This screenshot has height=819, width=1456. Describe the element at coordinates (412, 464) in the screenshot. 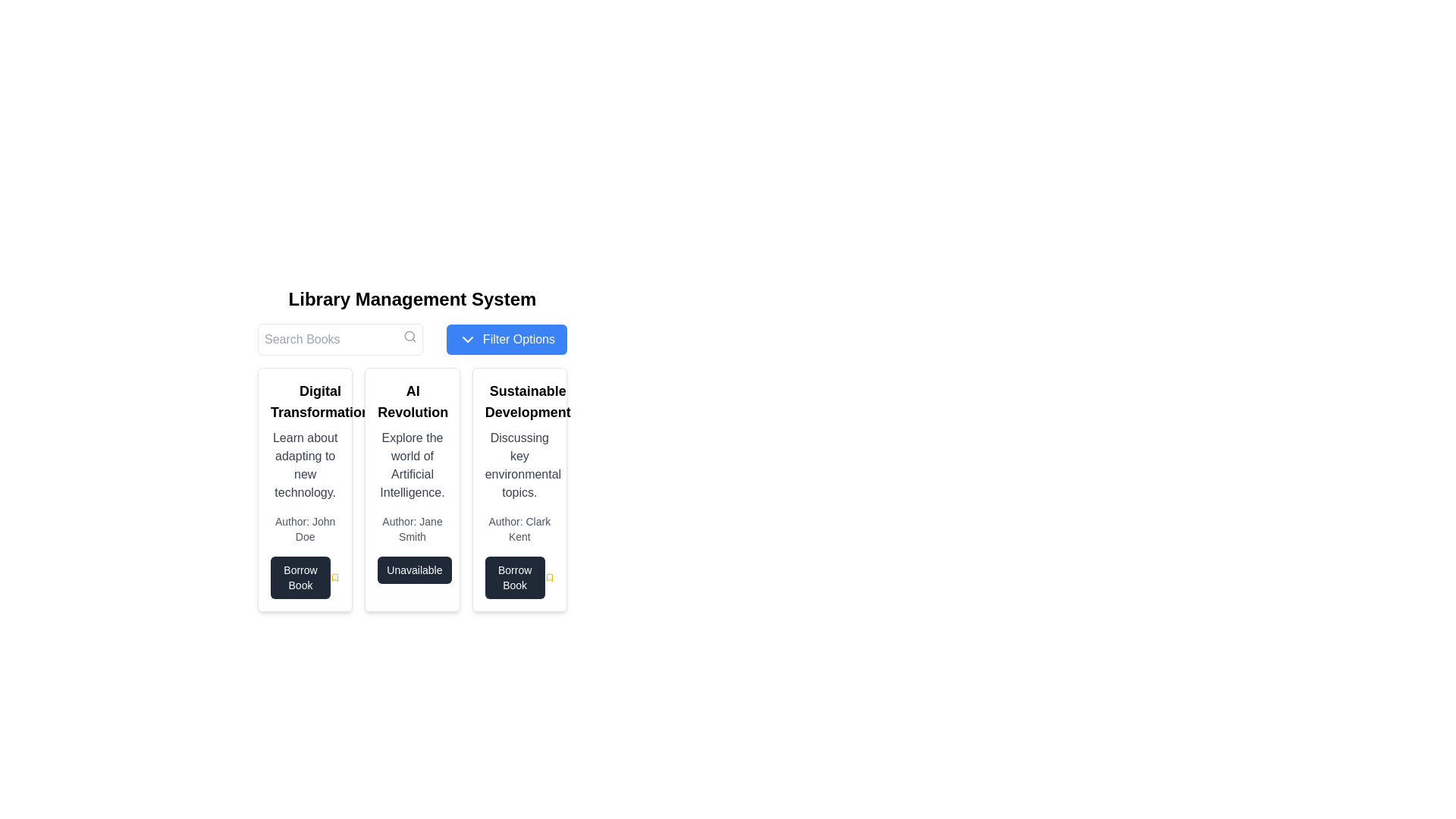

I see `text content of the paragraph that says 'Explore the world of Artificial Intelligence.' which is styled in gray and located in the center of the second card below the title 'AI Revolution'` at that location.